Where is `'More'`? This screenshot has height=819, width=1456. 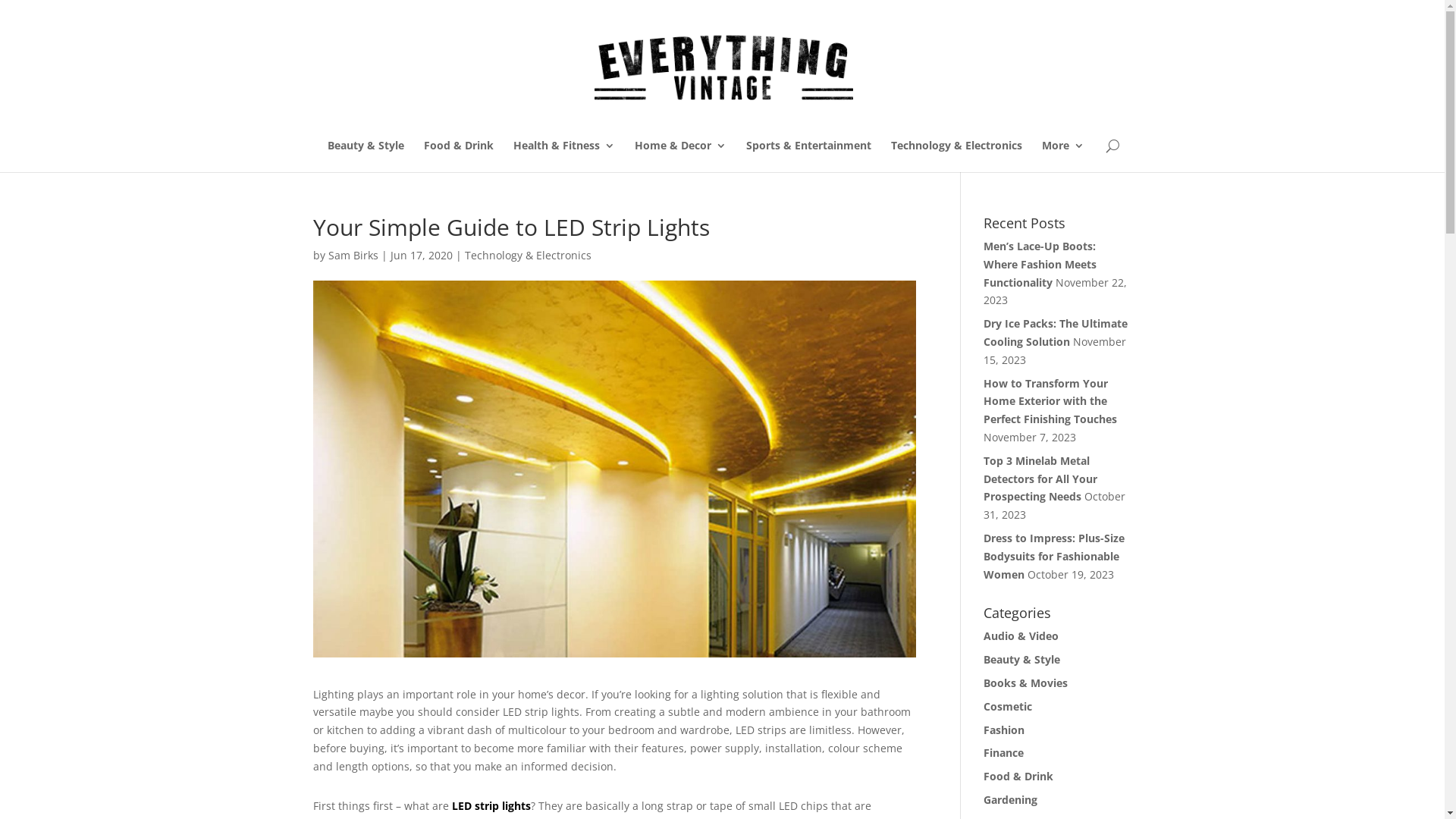
'More' is located at coordinates (1062, 155).